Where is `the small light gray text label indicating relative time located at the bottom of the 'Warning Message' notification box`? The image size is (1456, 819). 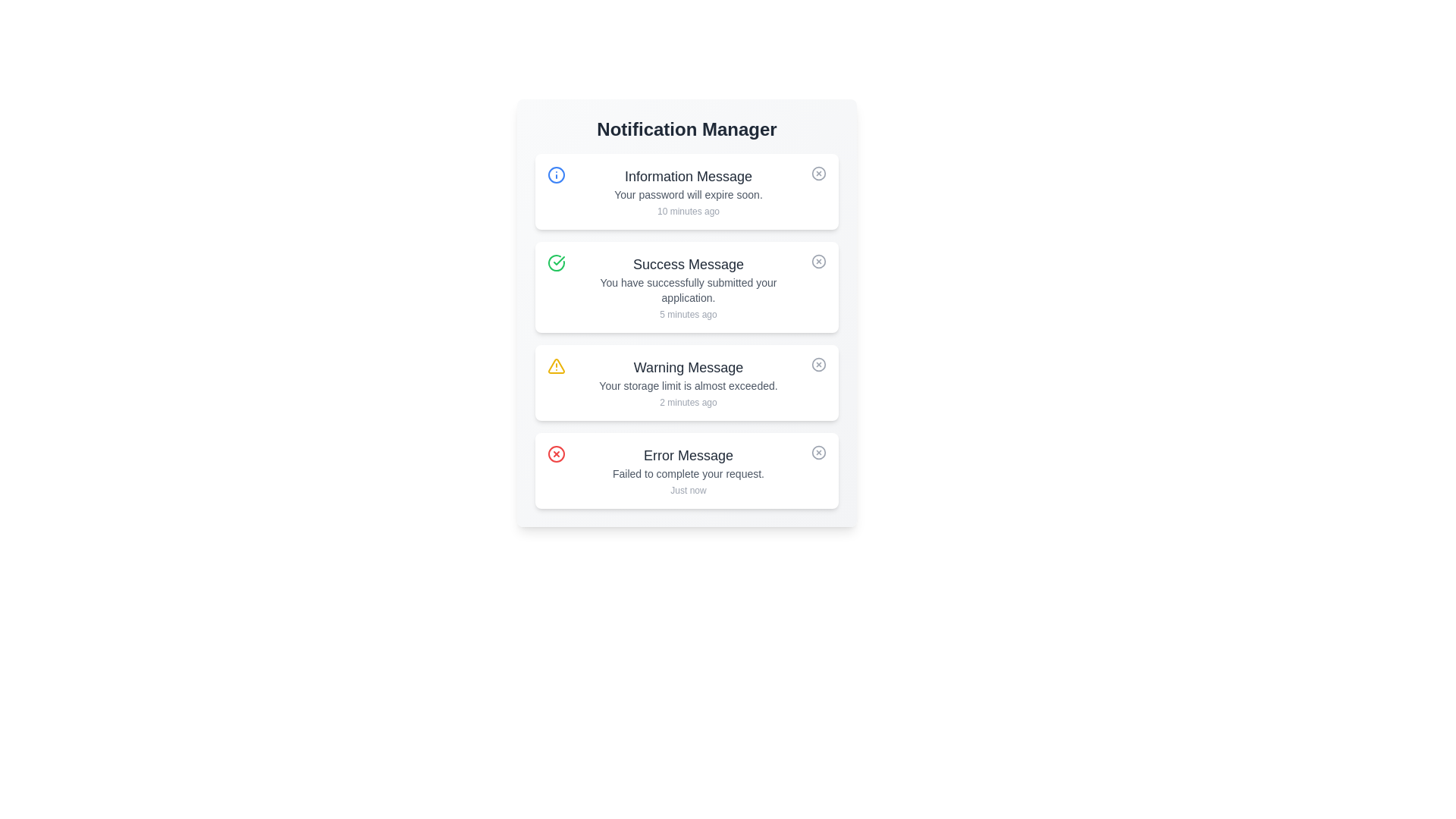
the small light gray text label indicating relative time located at the bottom of the 'Warning Message' notification box is located at coordinates (687, 402).